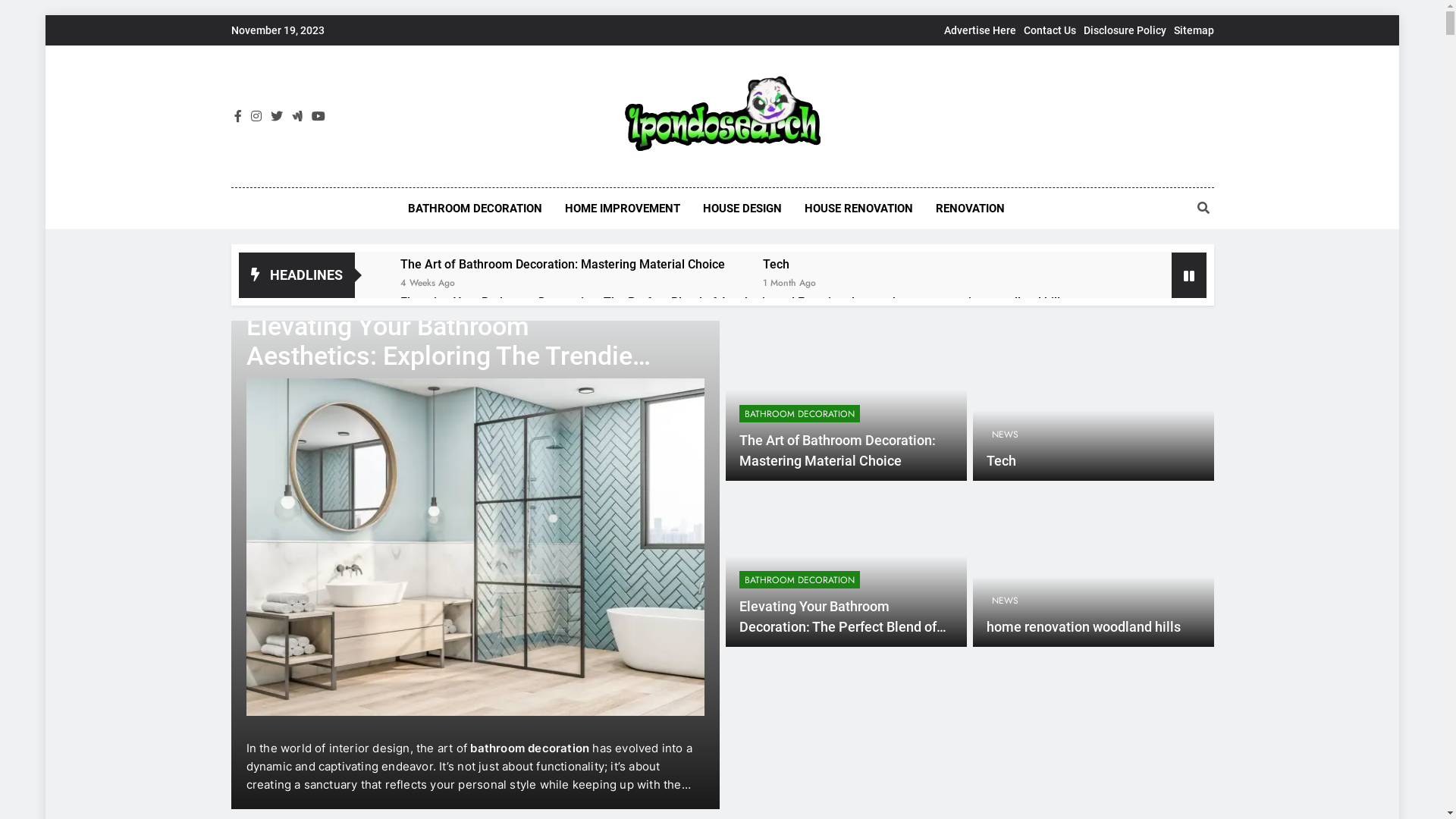  I want to click on 'RENOVATION', so click(969, 208).